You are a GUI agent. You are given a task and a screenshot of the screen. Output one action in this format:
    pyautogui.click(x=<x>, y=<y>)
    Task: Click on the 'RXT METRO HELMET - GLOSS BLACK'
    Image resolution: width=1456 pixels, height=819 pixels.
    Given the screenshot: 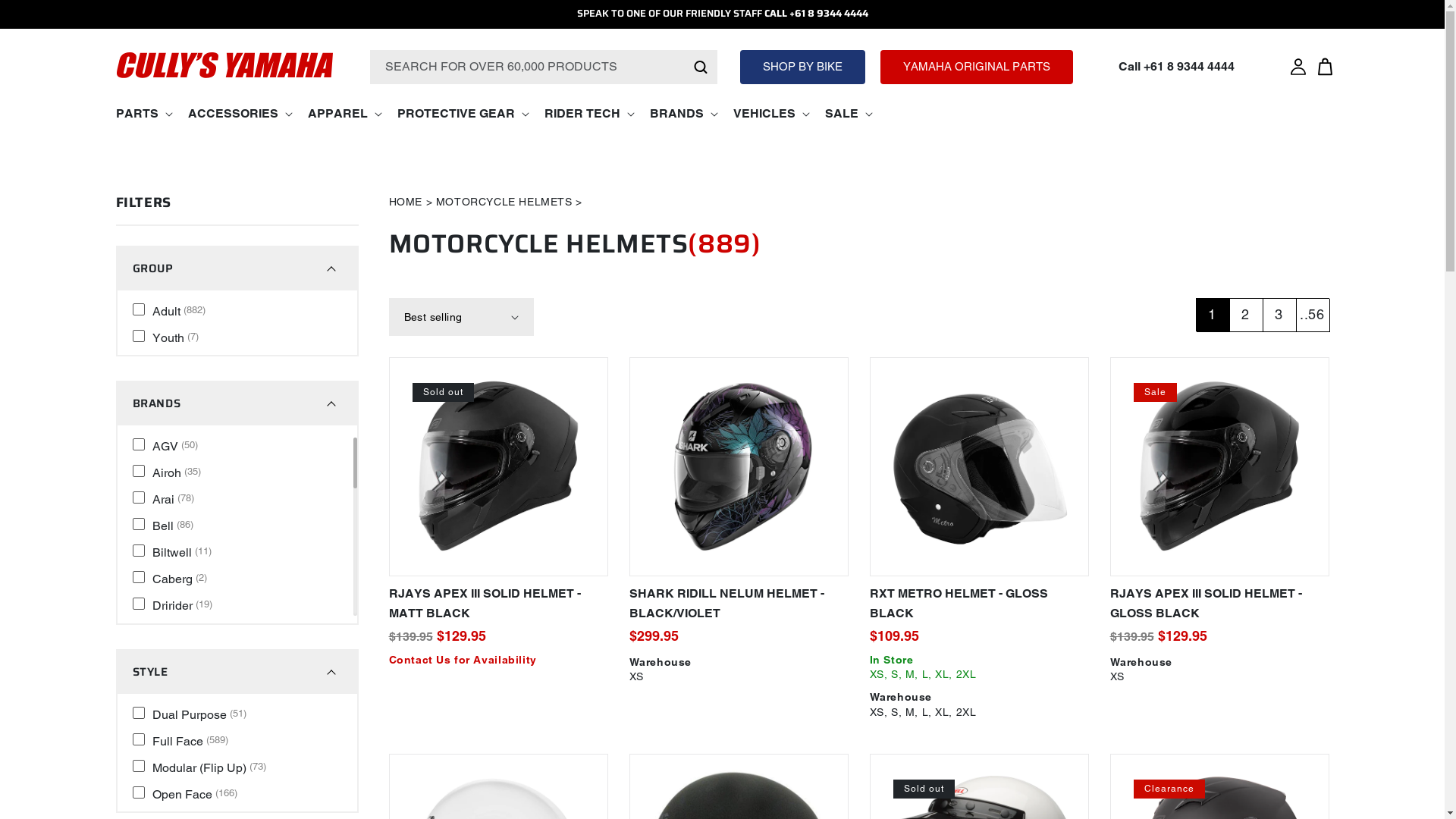 What is the action you would take?
    pyautogui.click(x=978, y=603)
    